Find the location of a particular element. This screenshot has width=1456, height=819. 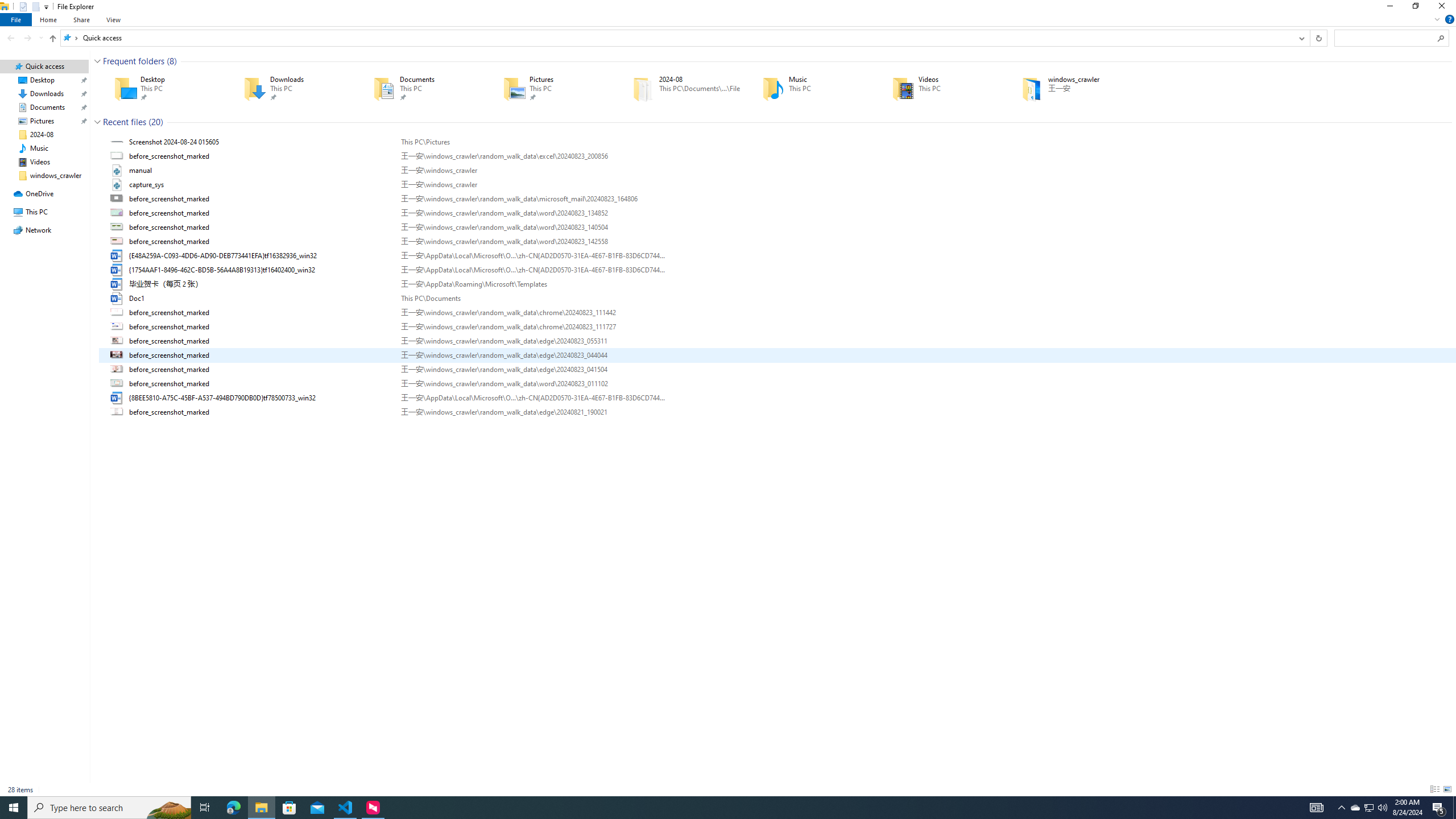

'Desktop' is located at coordinates (162, 88).